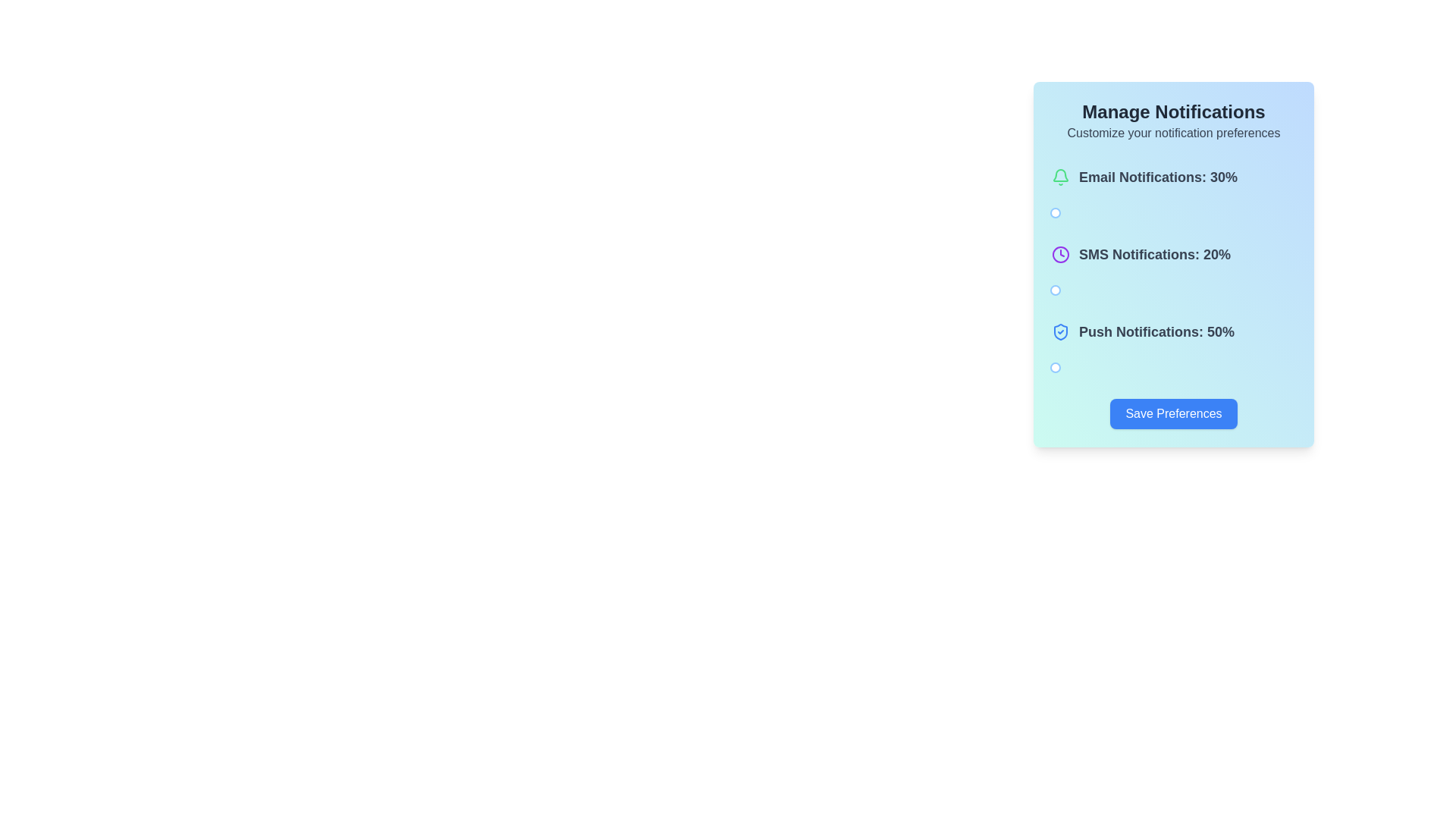 Image resolution: width=1456 pixels, height=819 pixels. Describe the element at coordinates (1173, 120) in the screenshot. I see `the text block titled 'Manage Notifications' which includes the subtitle 'Customize your notification preferences', located at the top of the card UI in the upper-right region of the interface` at that location.